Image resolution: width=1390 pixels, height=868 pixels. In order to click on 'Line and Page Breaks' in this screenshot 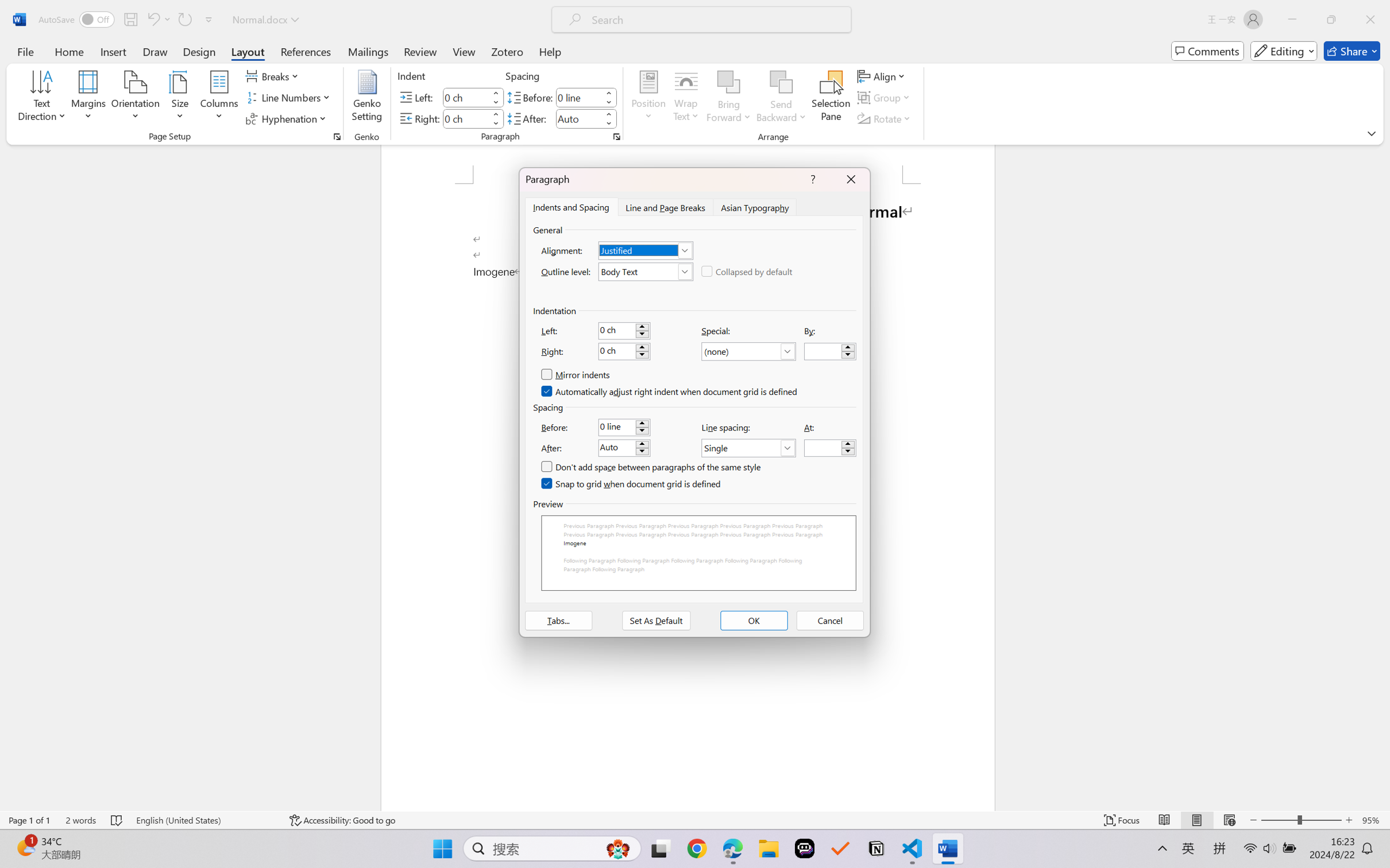, I will do `click(665, 206)`.